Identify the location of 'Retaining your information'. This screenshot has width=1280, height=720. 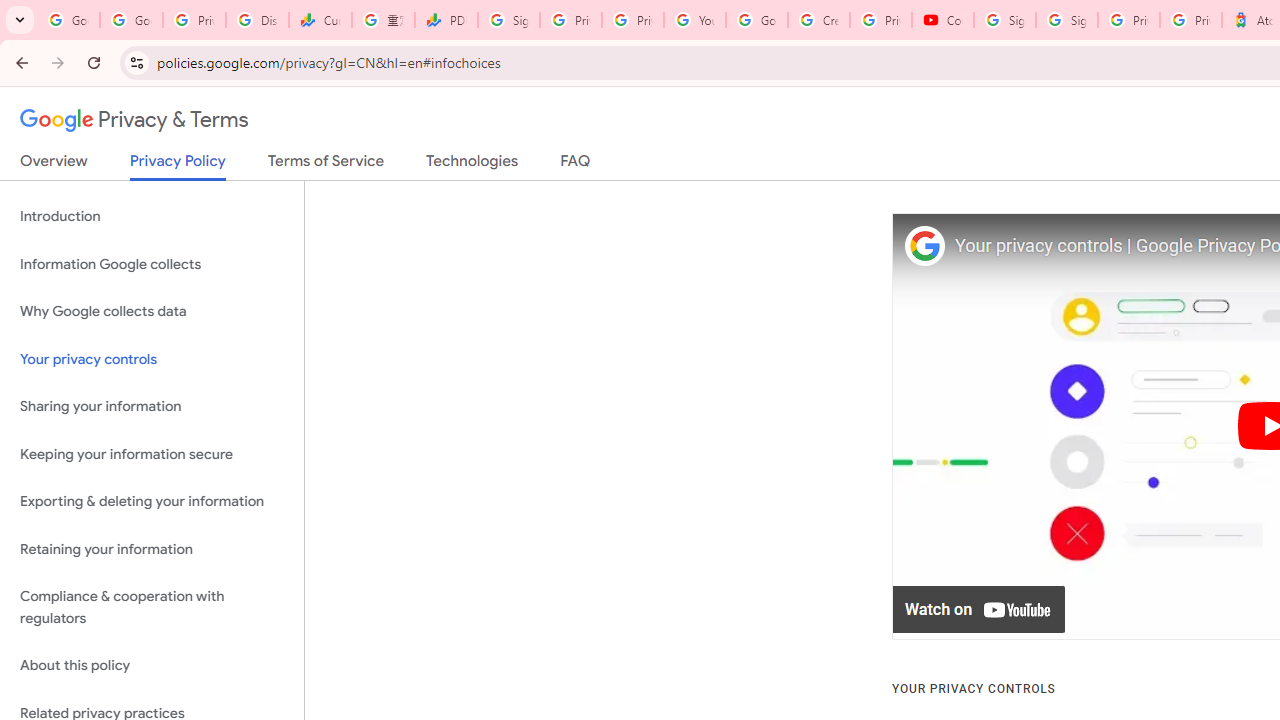
(151, 549).